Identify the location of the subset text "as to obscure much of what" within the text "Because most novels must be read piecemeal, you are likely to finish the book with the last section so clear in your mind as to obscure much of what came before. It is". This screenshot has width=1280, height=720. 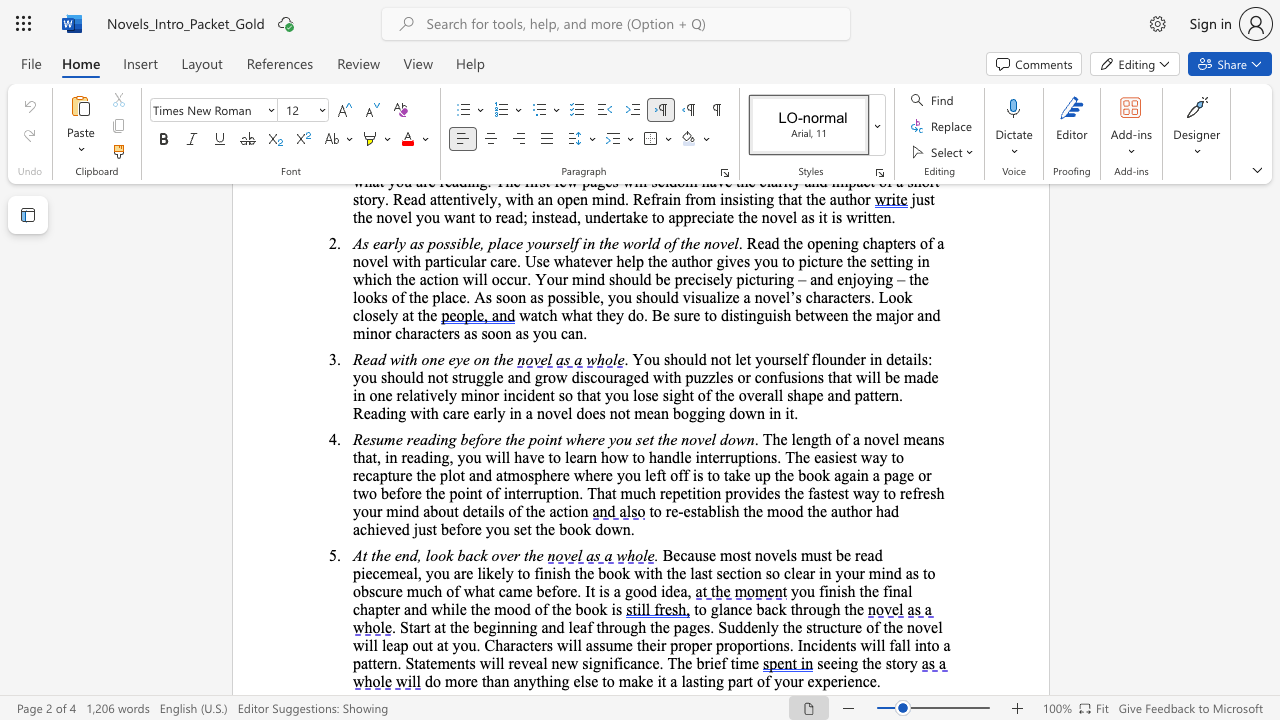
(904, 573).